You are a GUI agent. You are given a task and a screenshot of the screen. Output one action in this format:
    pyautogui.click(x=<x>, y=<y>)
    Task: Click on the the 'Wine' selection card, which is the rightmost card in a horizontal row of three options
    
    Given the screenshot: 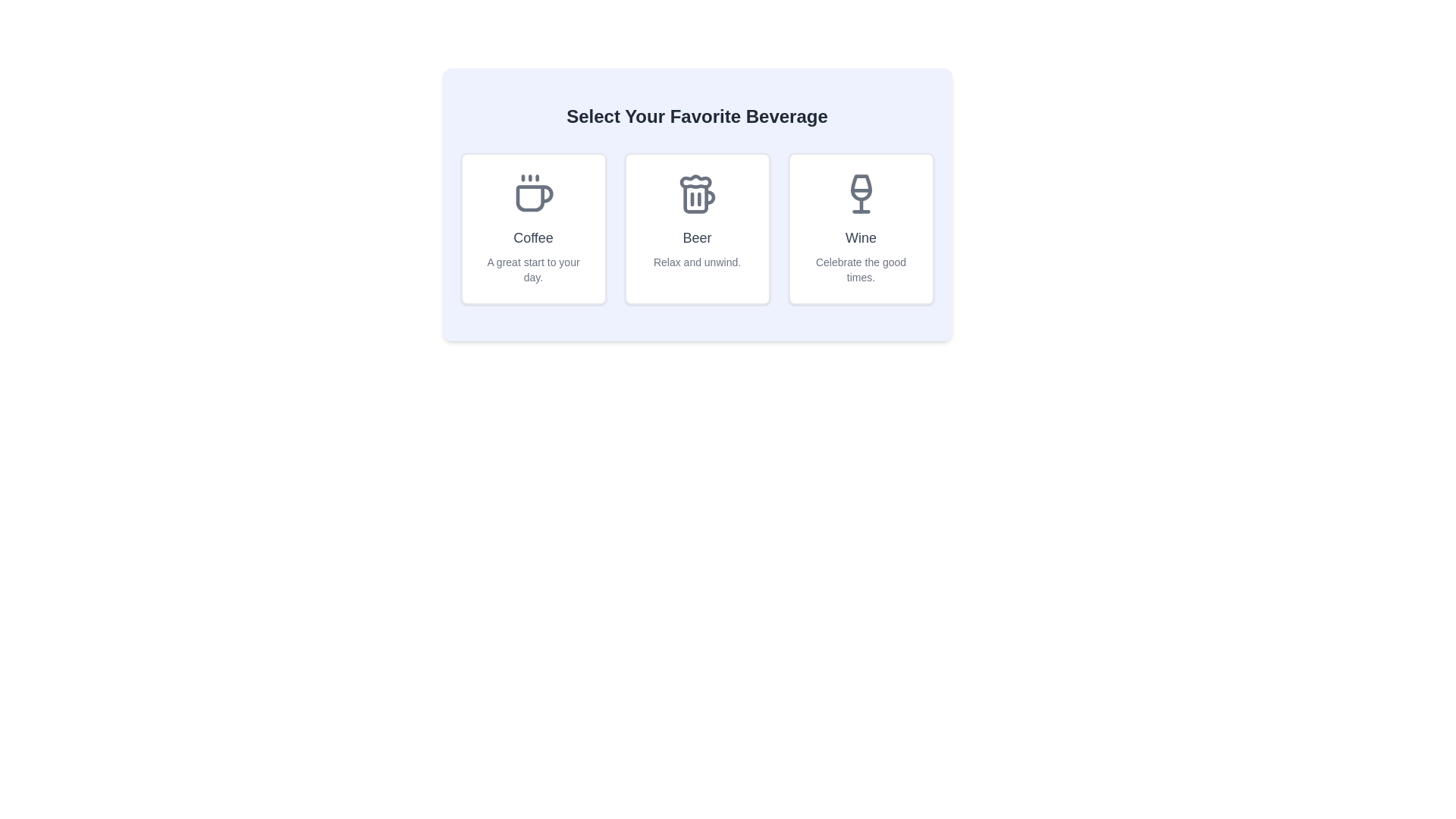 What is the action you would take?
    pyautogui.click(x=861, y=228)
    